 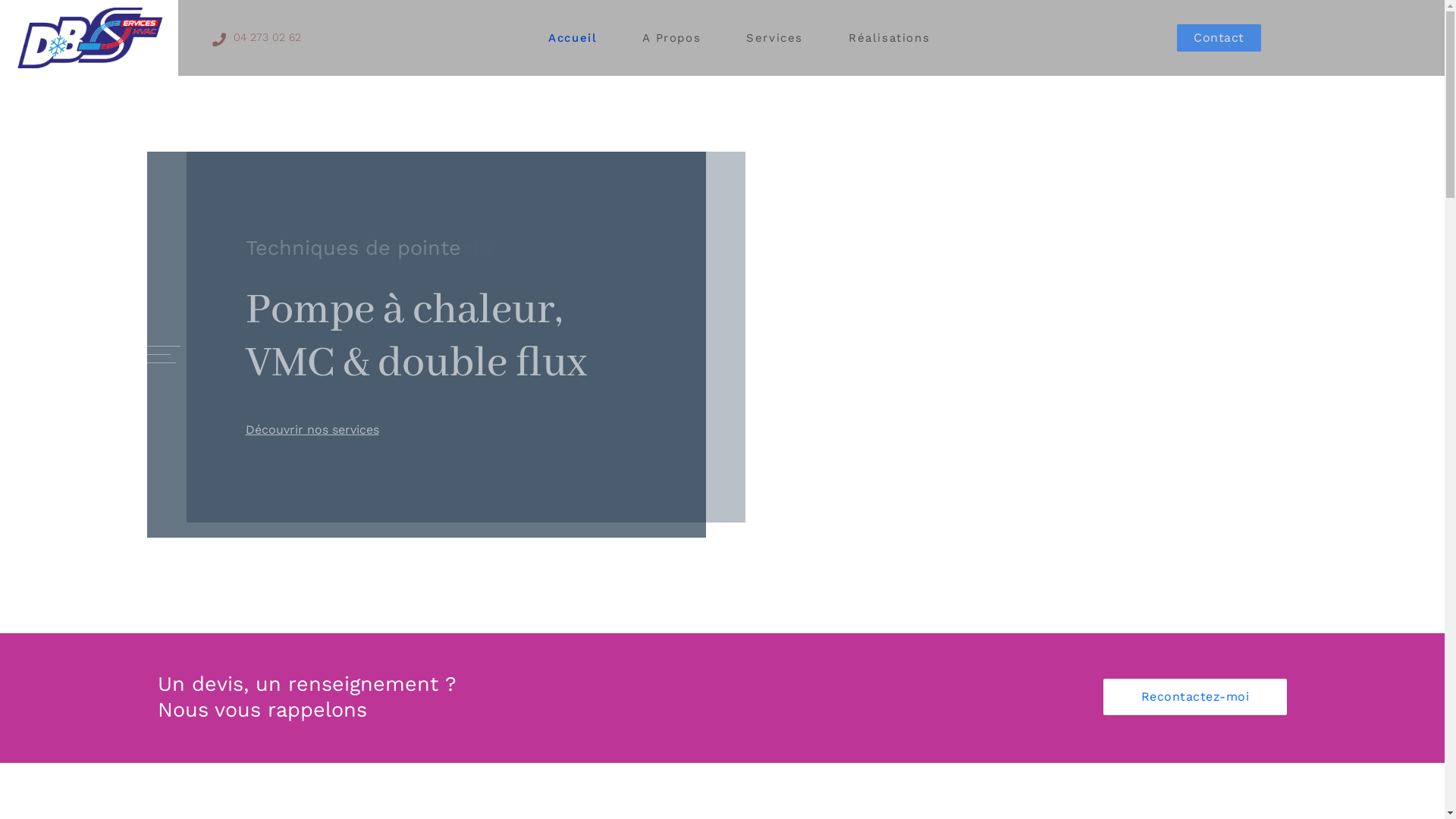 I want to click on 'Services', so click(x=774, y=37).